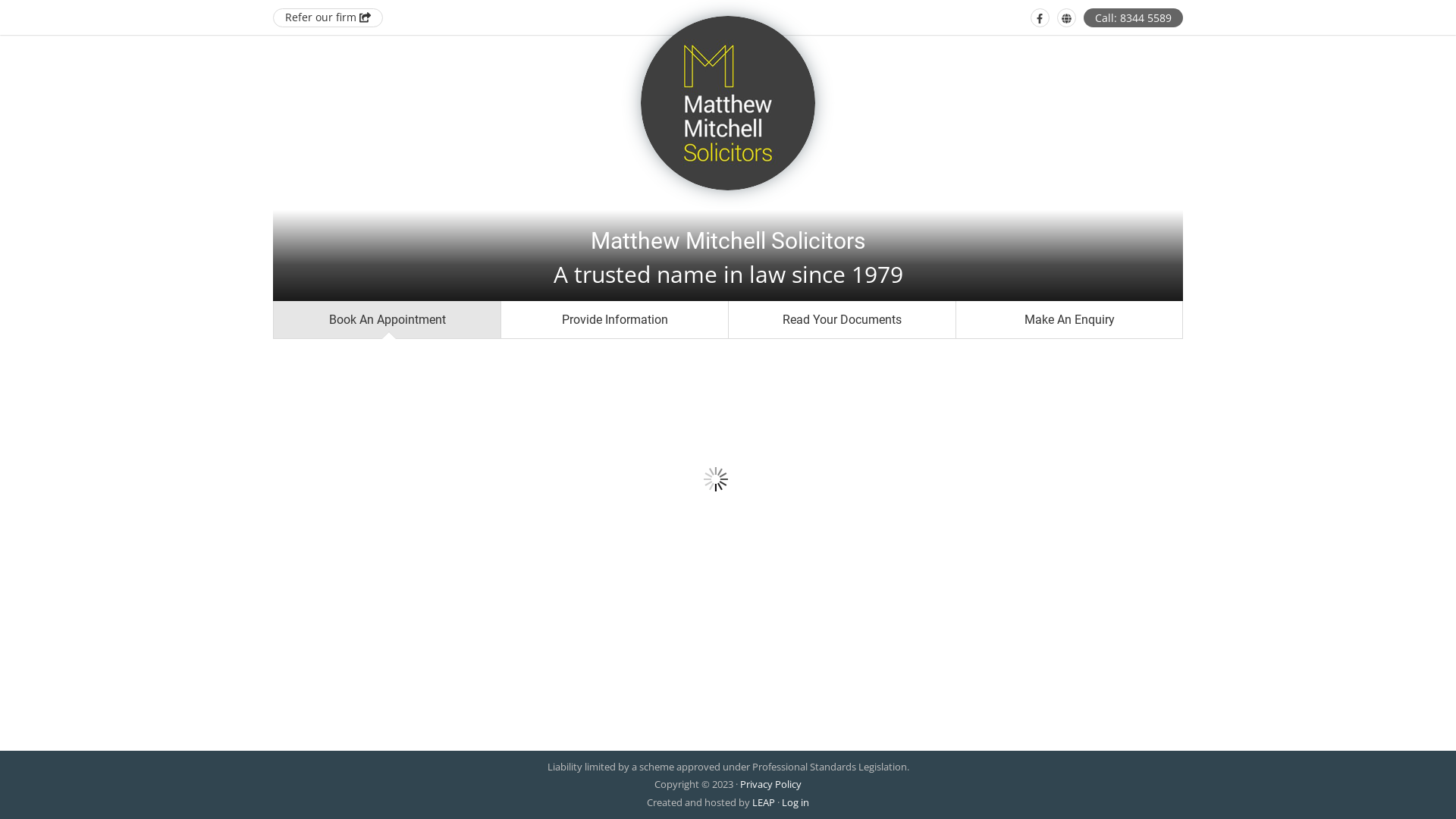 Image resolution: width=1456 pixels, height=819 pixels. Describe the element at coordinates (1133, 17) in the screenshot. I see `'Call: 8344 5589'` at that location.